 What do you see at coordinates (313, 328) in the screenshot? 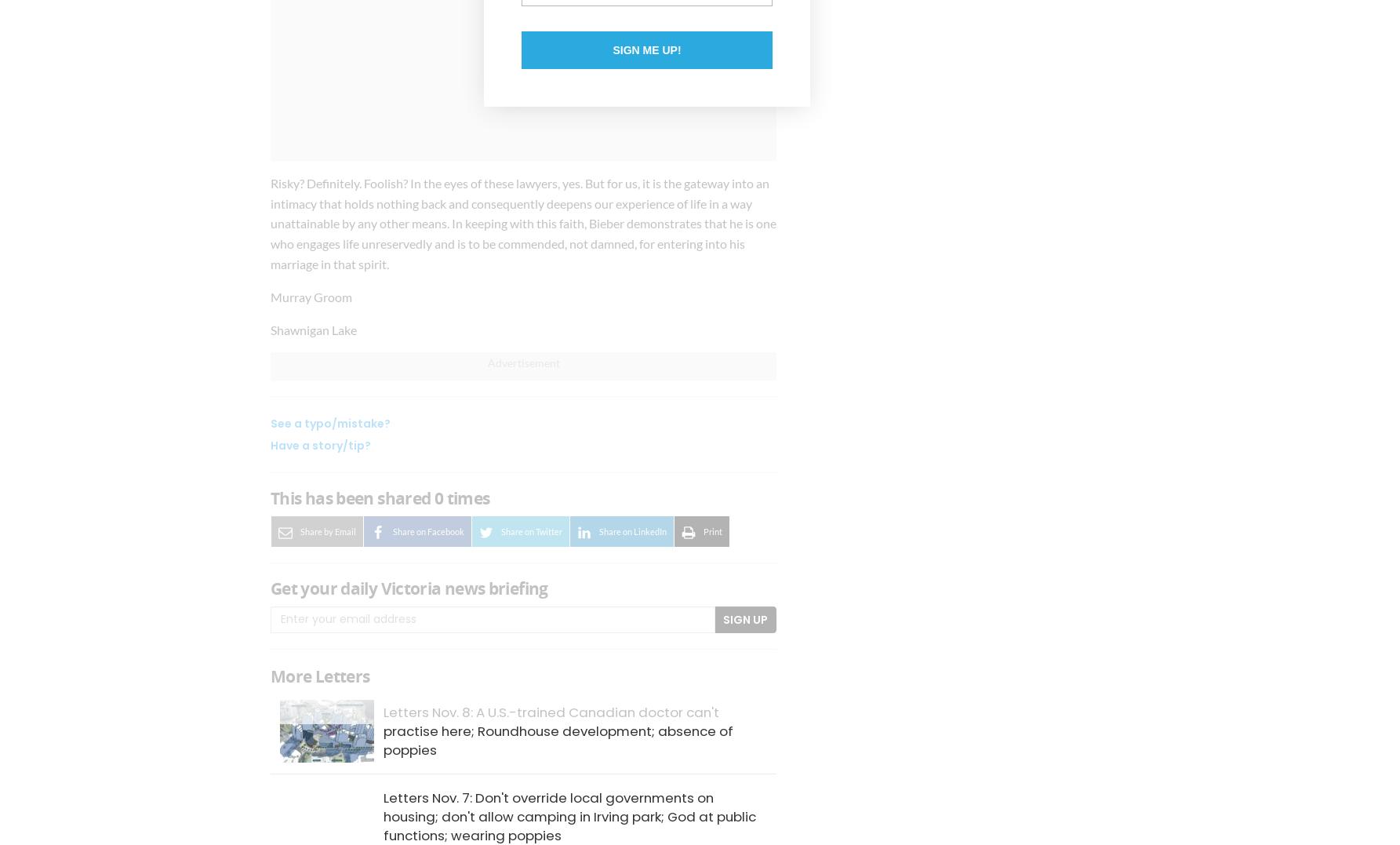
I see `'Shawnigan Lake'` at bounding box center [313, 328].